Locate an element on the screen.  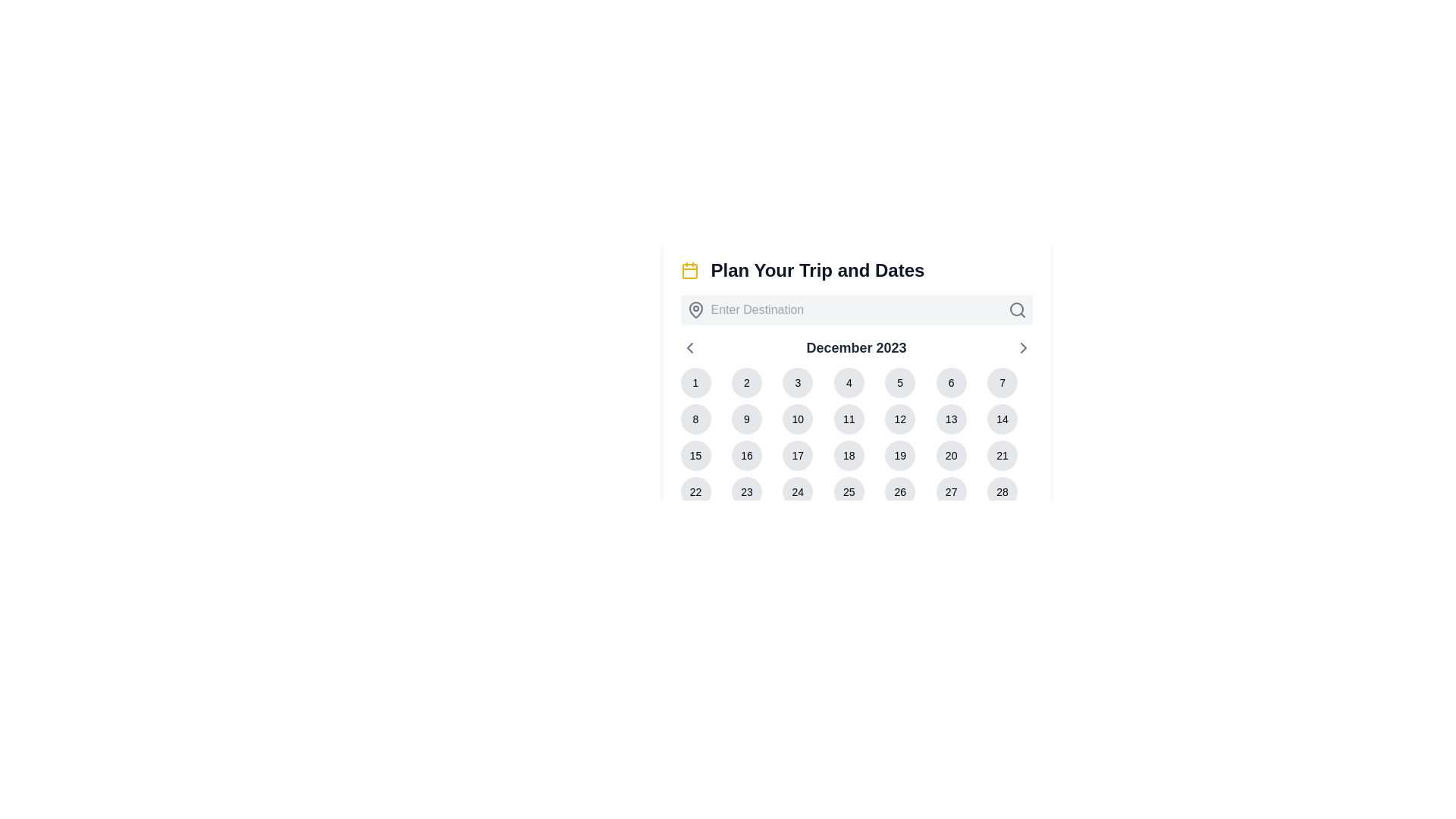
the button representing the 18th day of the month in the date-picker interface, located in the fifth column of the third row is located at coordinates (848, 455).